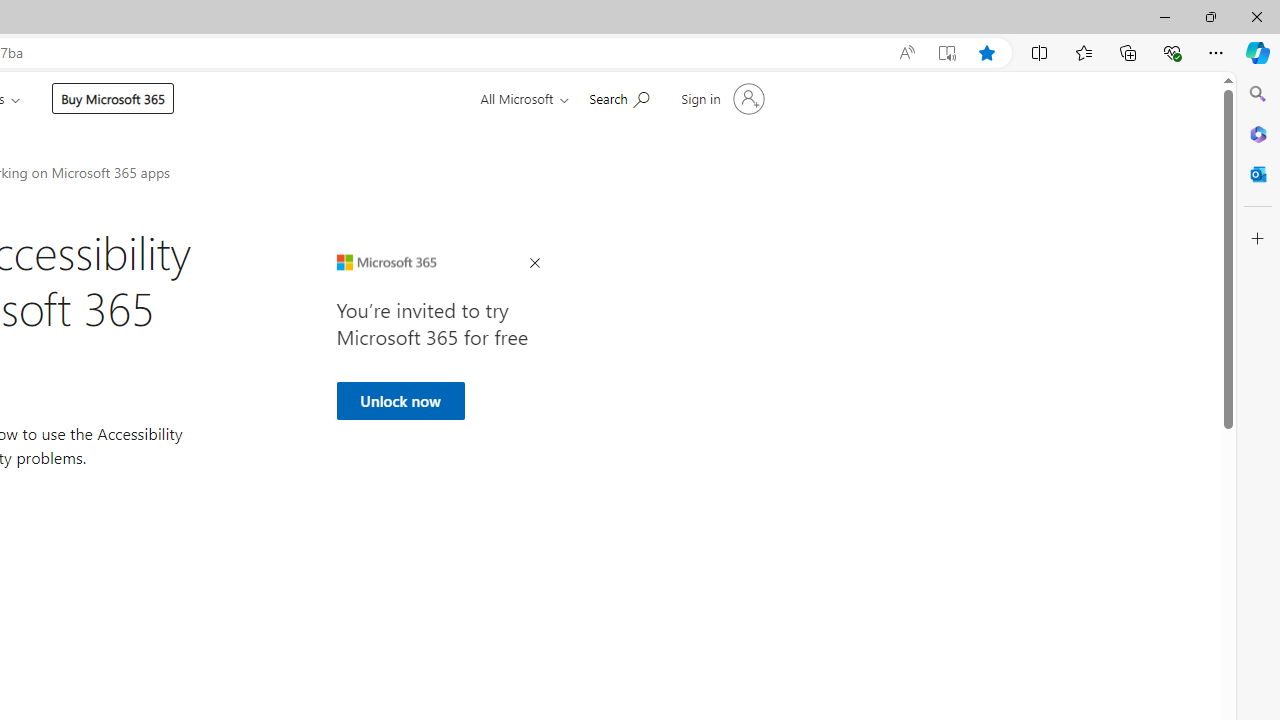 Image resolution: width=1280 pixels, height=720 pixels. What do you see at coordinates (1215, 51) in the screenshot?
I see `'Settings and more (Alt+F)'` at bounding box center [1215, 51].